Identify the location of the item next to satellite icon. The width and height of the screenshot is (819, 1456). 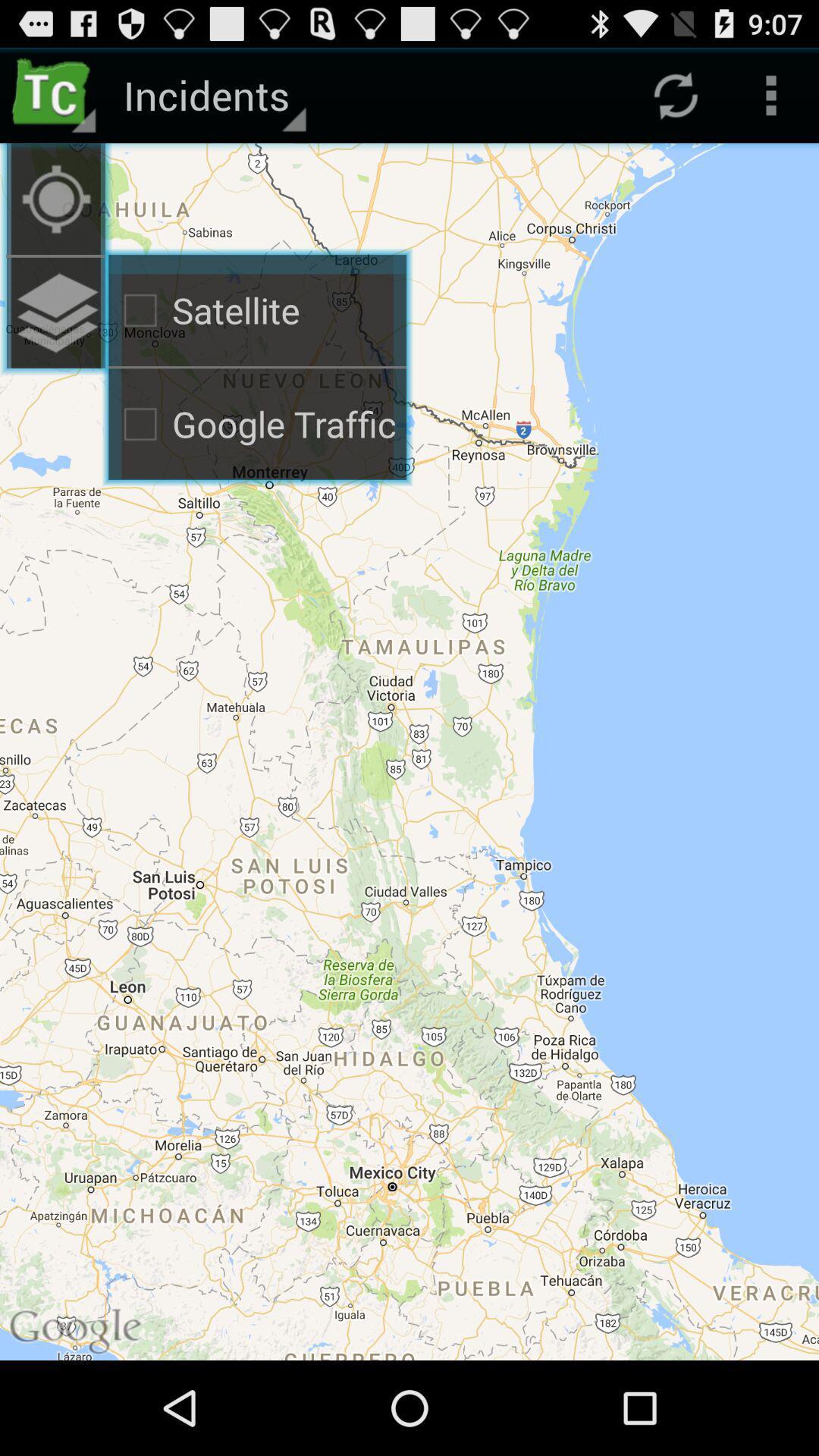
(55, 312).